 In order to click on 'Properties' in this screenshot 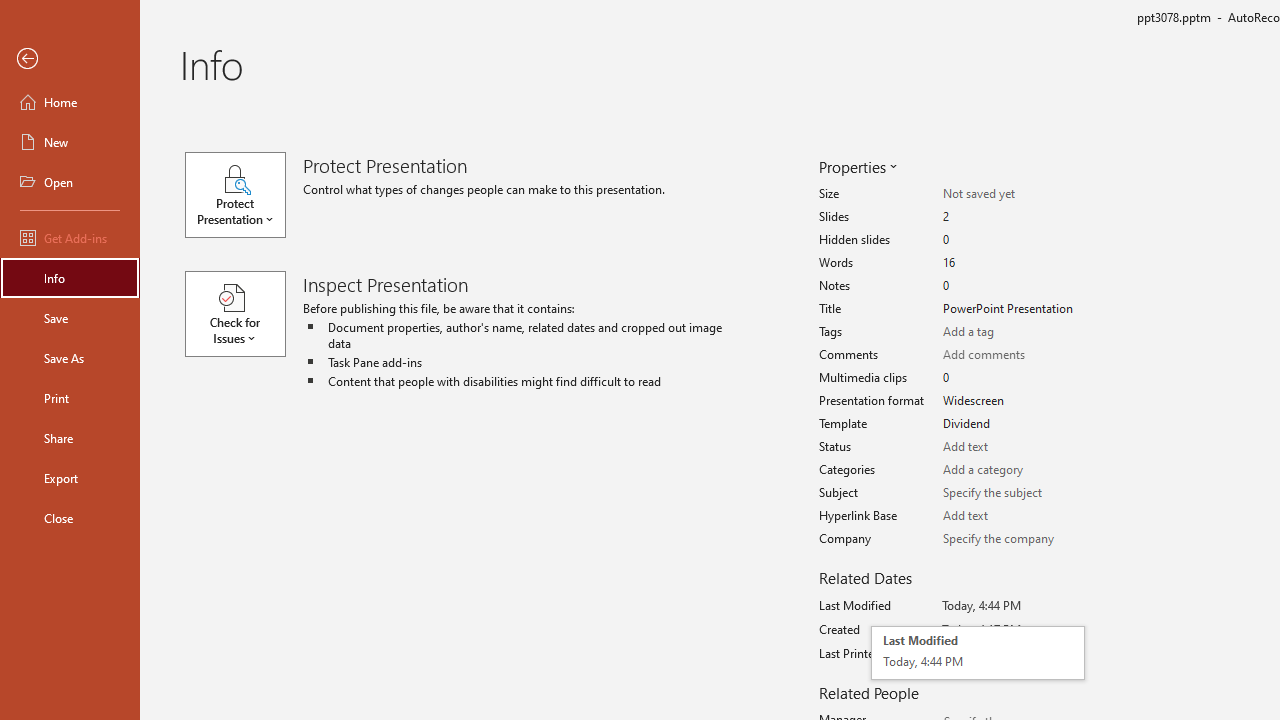, I will do `click(856, 166)`.